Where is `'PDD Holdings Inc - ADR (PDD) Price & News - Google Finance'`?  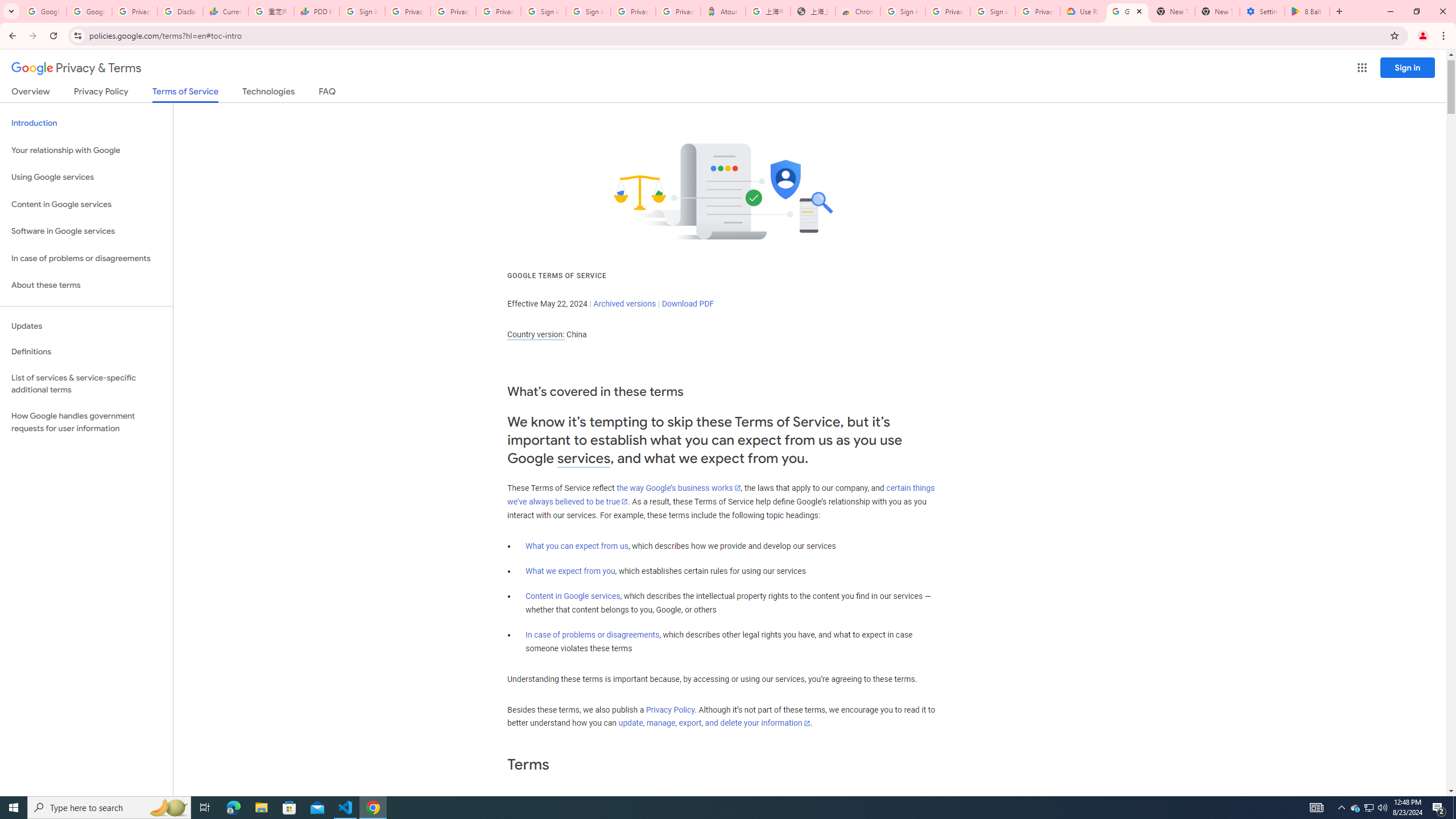
'PDD Holdings Inc - ADR (PDD) Price & News - Google Finance' is located at coordinates (316, 11).